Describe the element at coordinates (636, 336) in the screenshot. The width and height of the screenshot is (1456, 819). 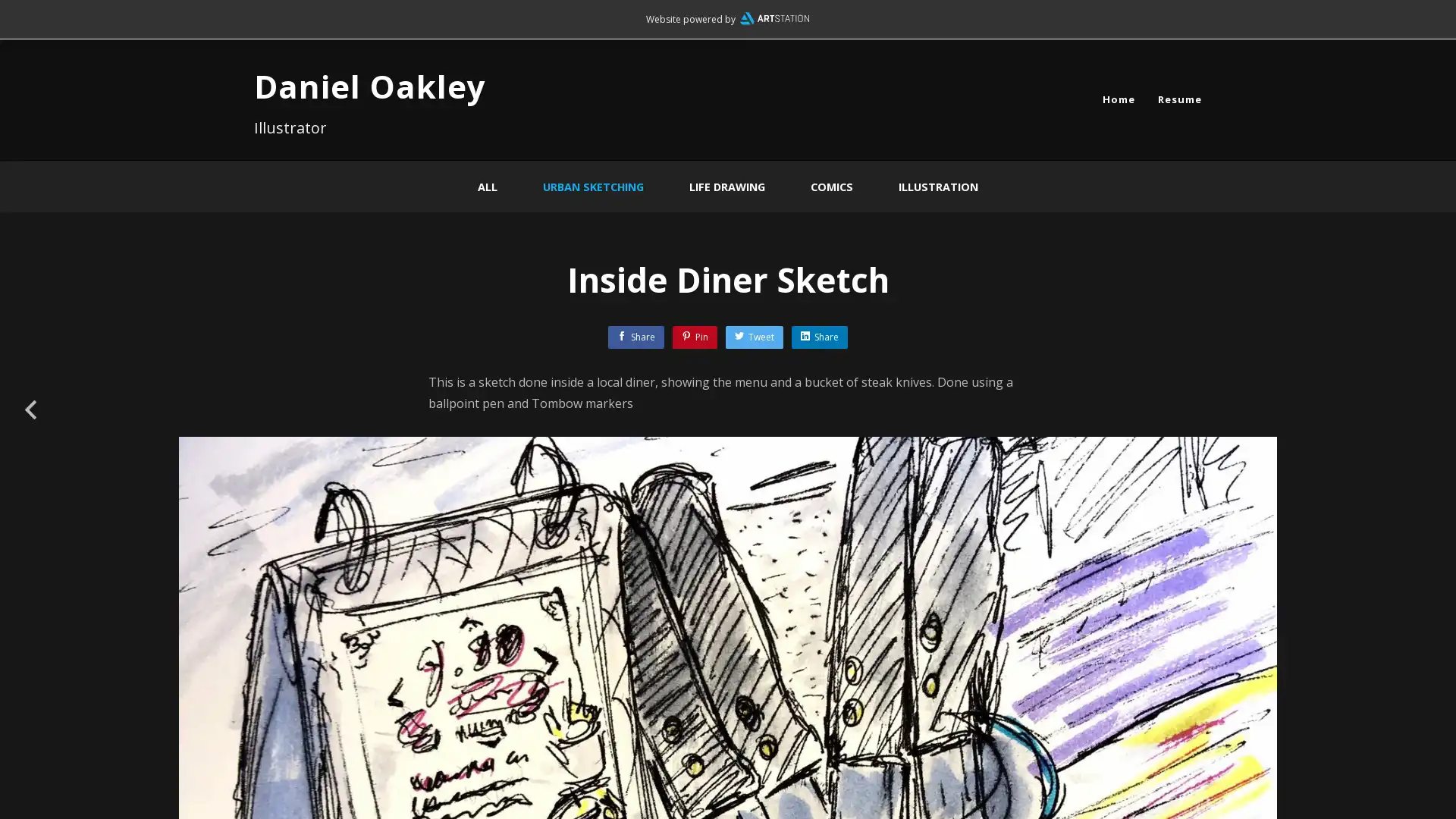
I see `Share` at that location.